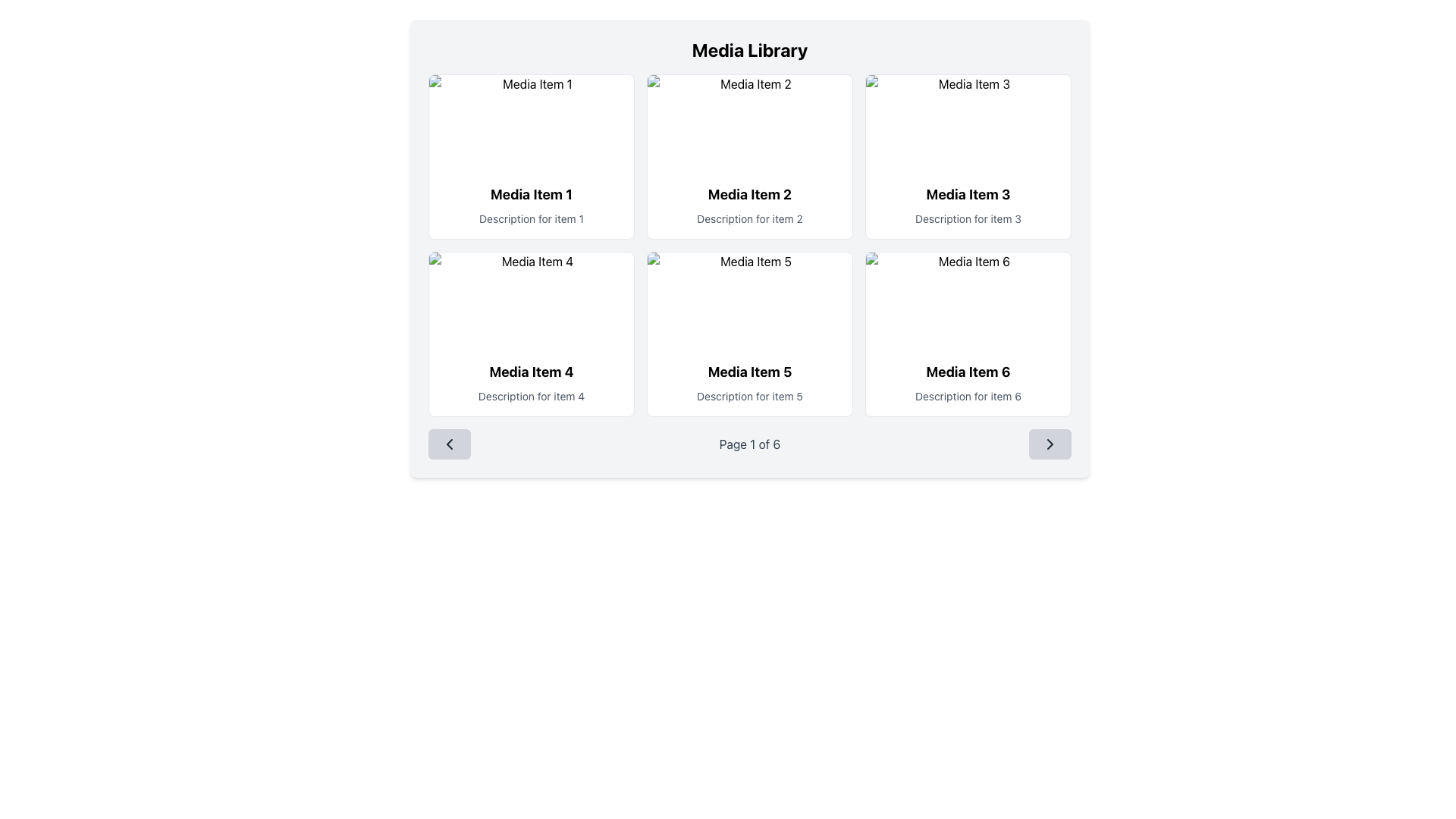 The image size is (1456, 819). I want to click on text content of the bold and large font heading labeled 'Media Item 3' located in the media grid interface, specifically the header of the third media card in the first row, so click(967, 194).